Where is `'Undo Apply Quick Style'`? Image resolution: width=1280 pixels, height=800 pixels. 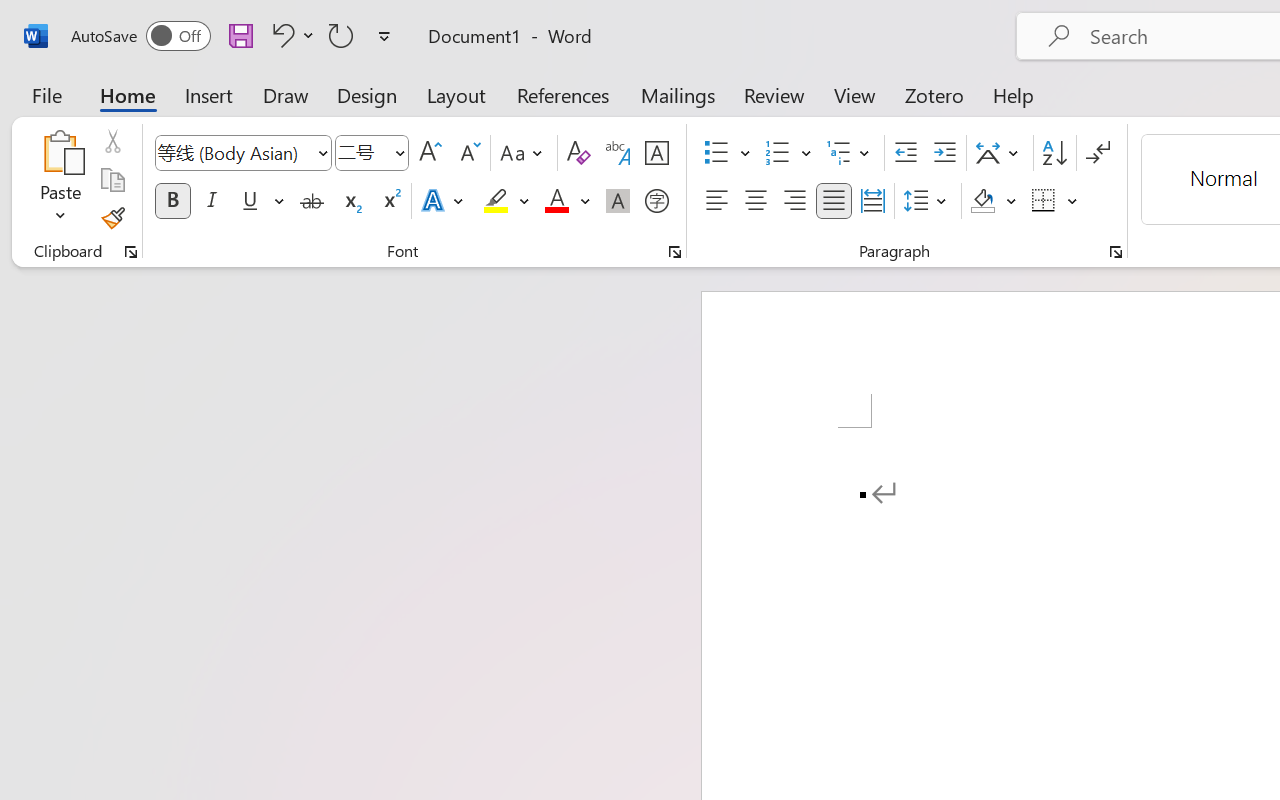
'Undo Apply Quick Style' is located at coordinates (279, 34).